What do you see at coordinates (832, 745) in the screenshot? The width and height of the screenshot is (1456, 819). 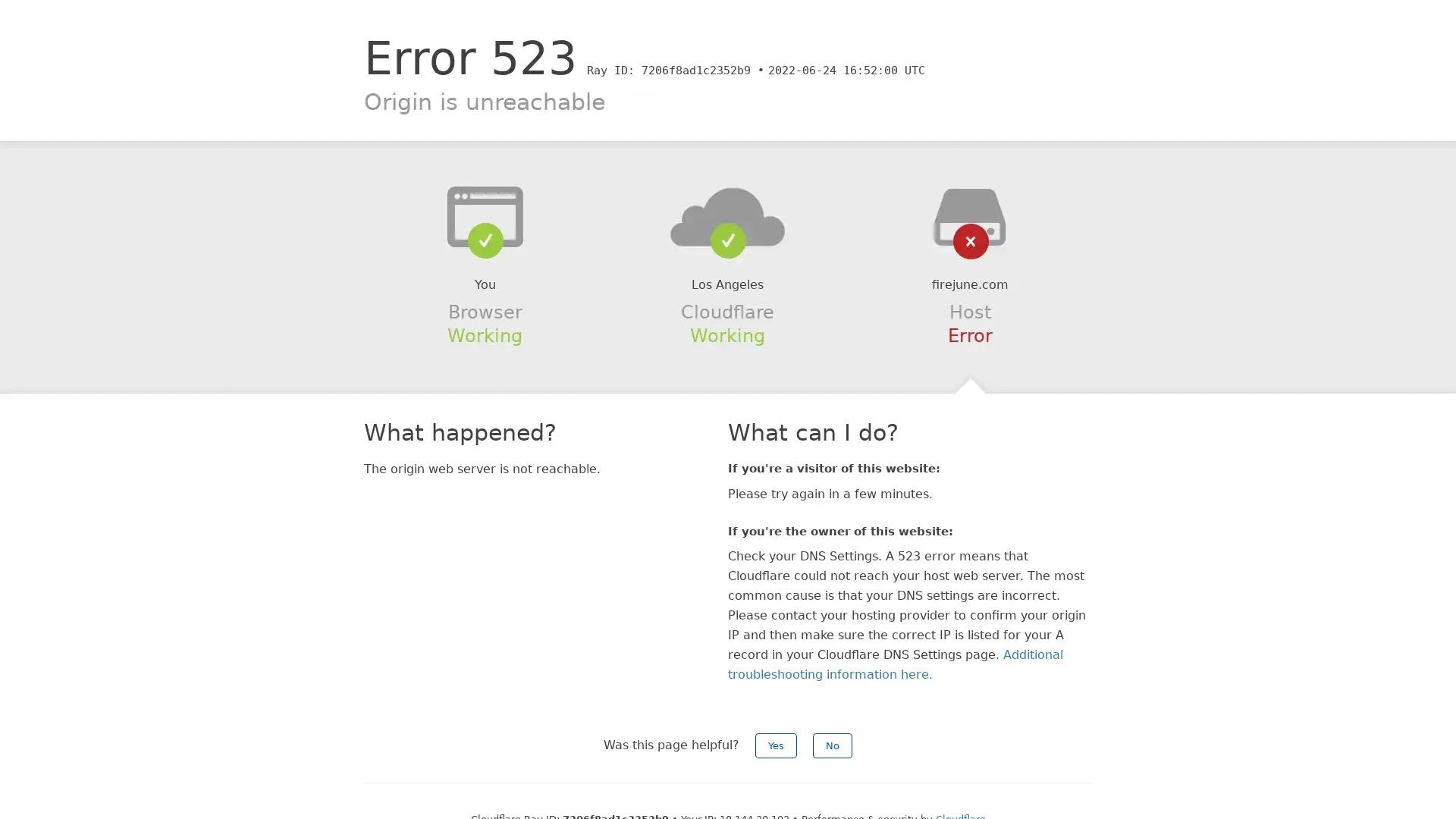 I see `No` at bounding box center [832, 745].